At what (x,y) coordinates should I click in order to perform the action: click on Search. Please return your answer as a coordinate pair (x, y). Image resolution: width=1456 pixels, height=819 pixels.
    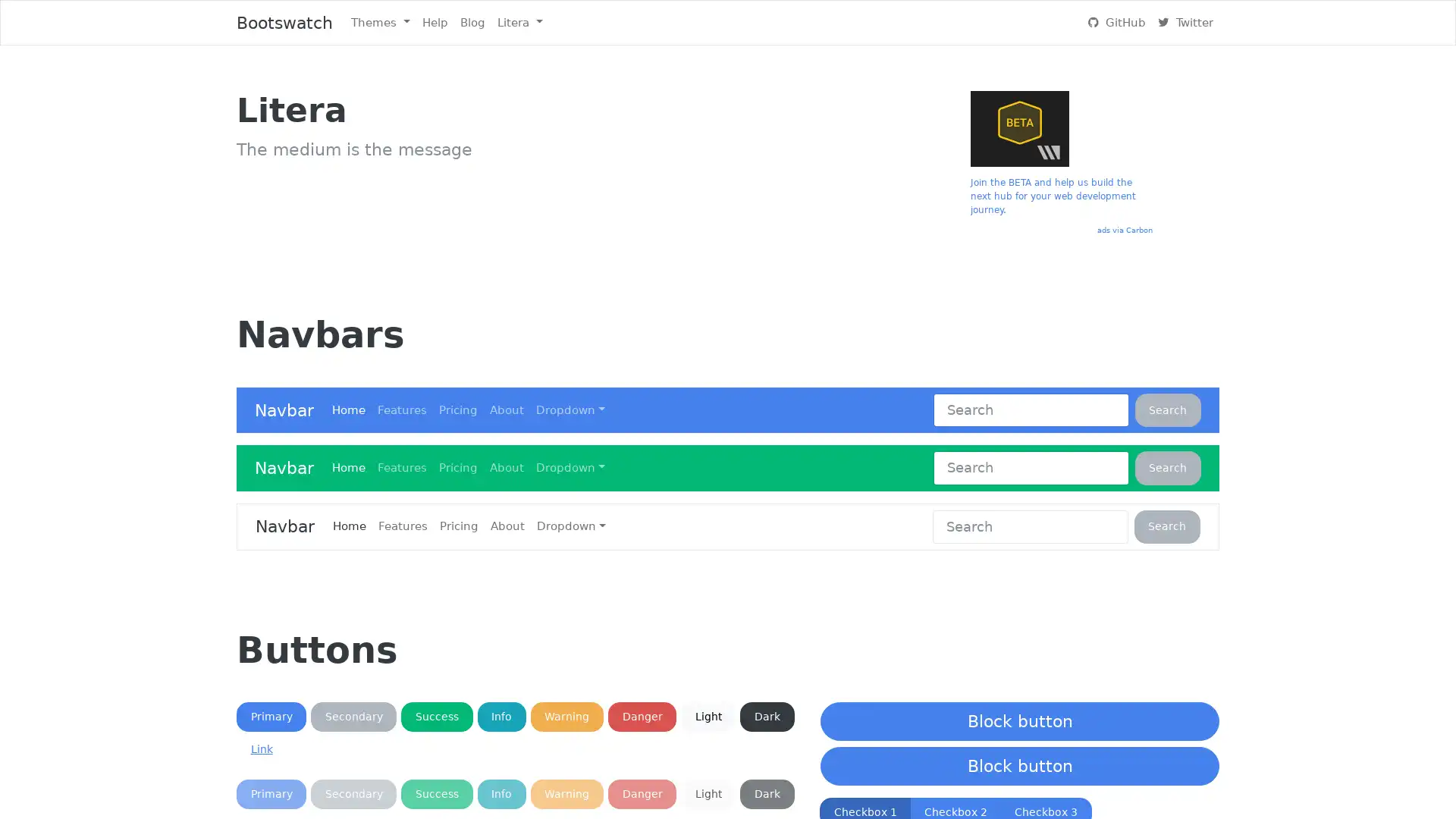
    Looking at the image, I should click on (1167, 409).